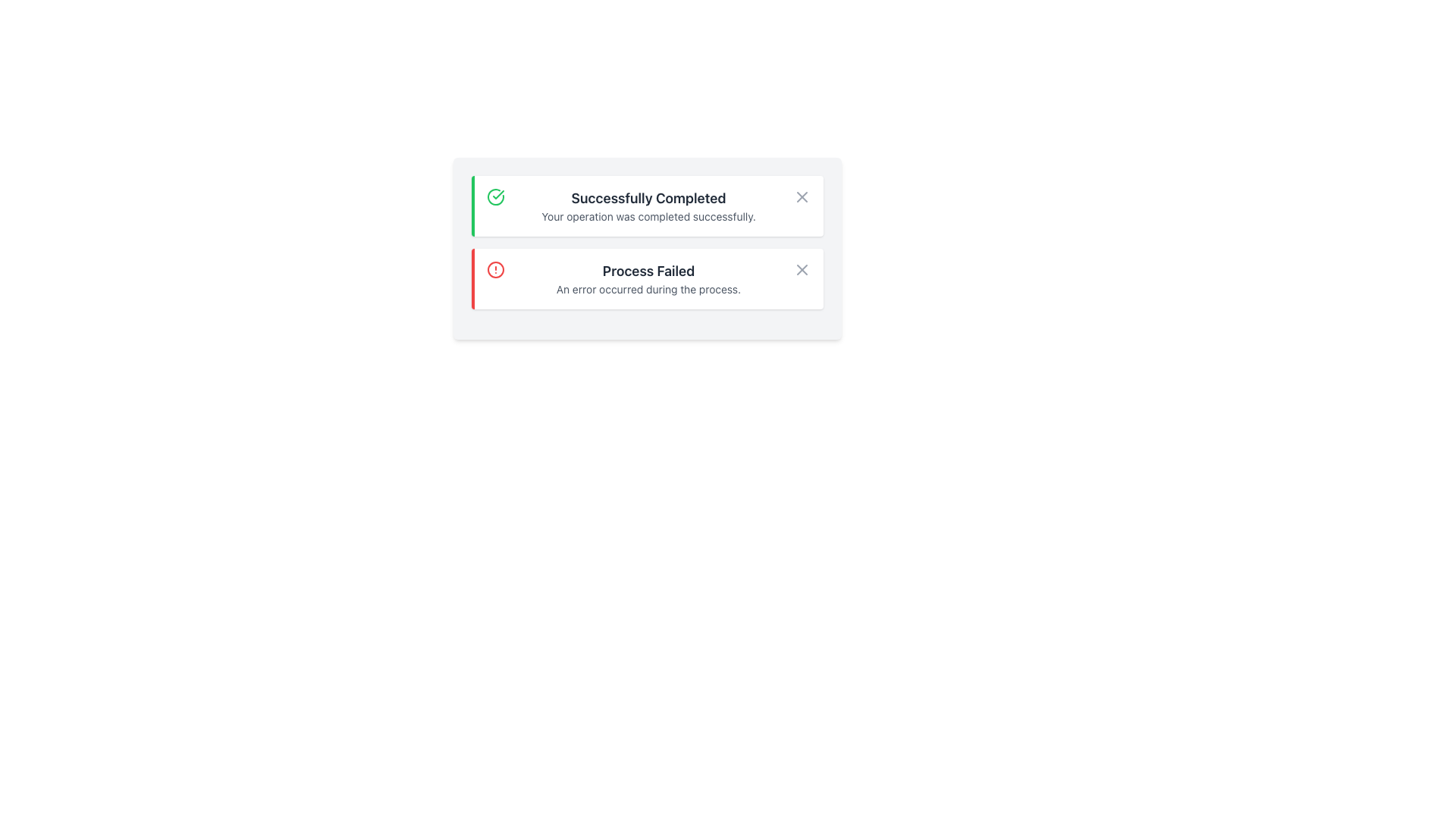  I want to click on the green circular icon with a check mark located to the left of the text 'Successfully Completed', so click(495, 196).